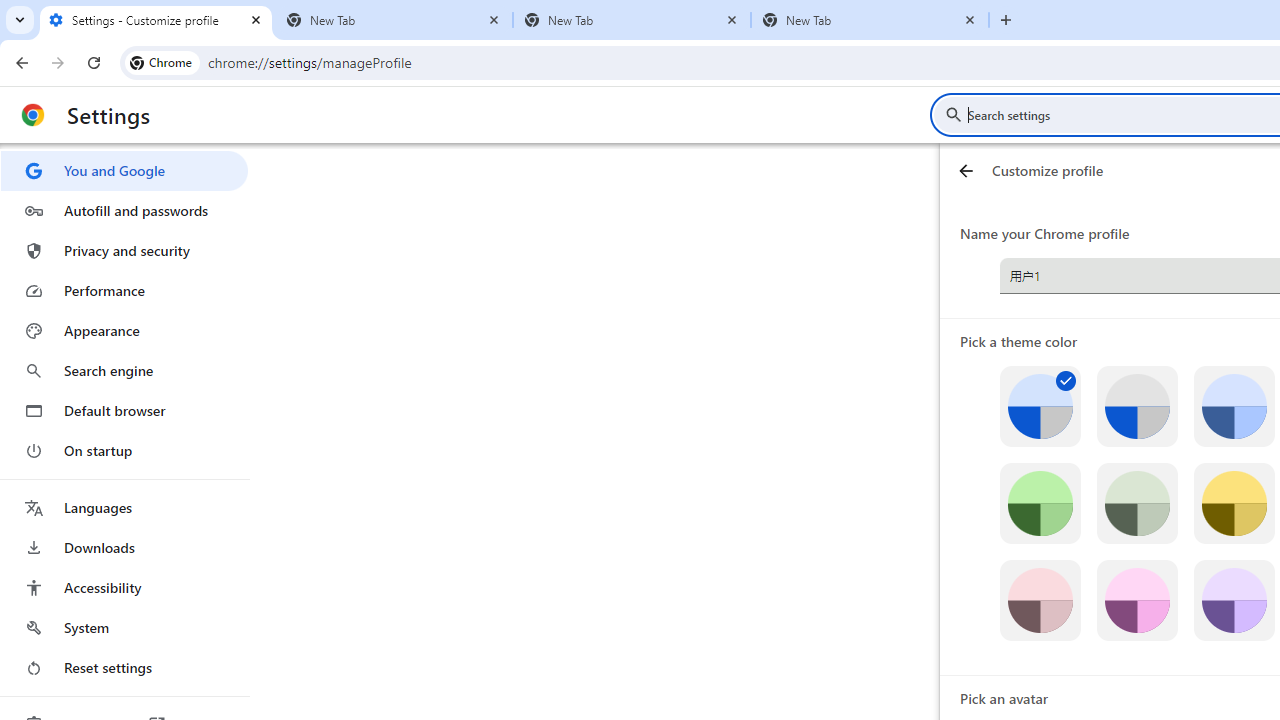 The width and height of the screenshot is (1280, 720). What do you see at coordinates (123, 668) in the screenshot?
I see `'Reset settings'` at bounding box center [123, 668].